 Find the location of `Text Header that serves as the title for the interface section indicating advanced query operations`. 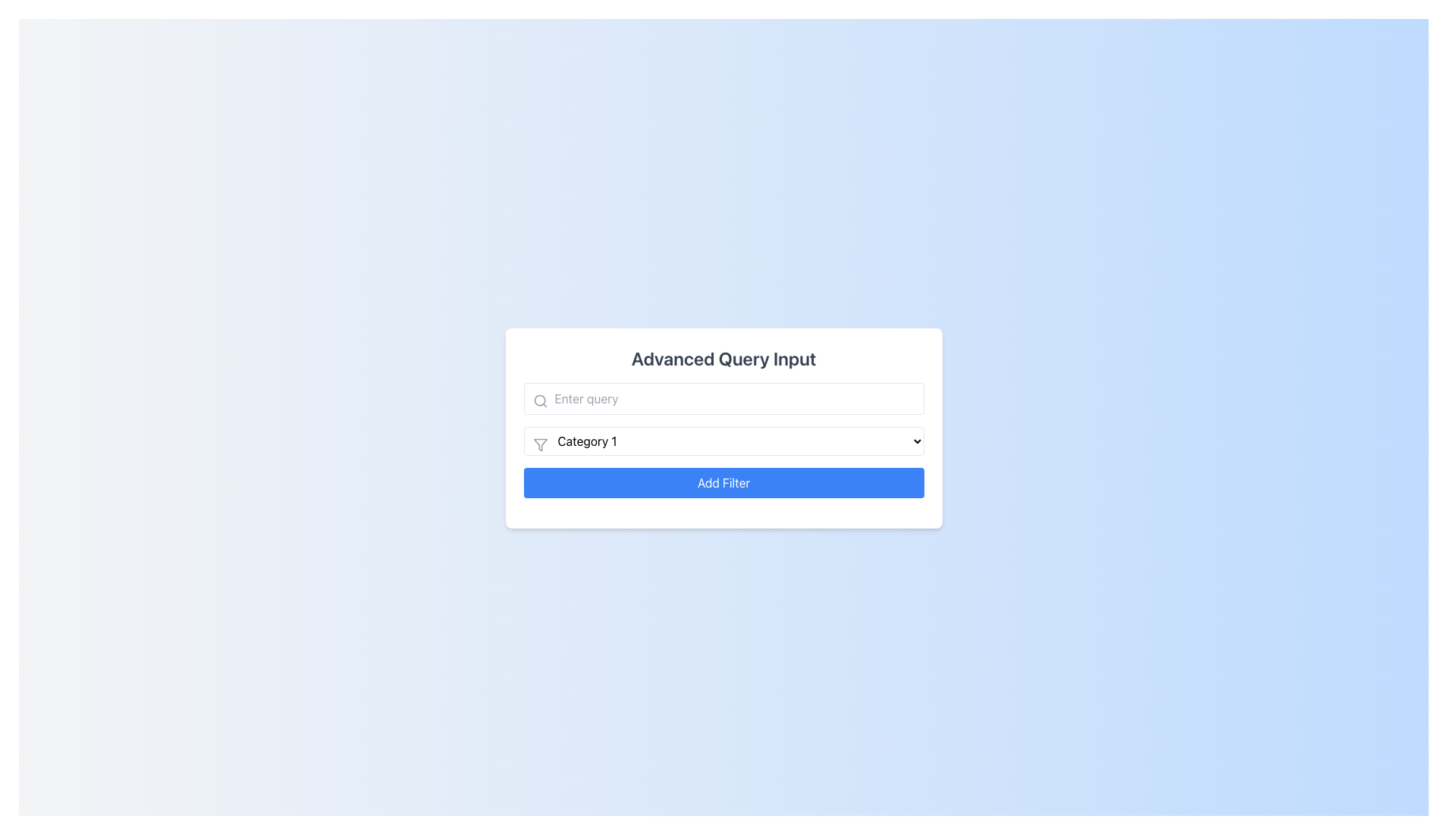

Text Header that serves as the title for the interface section indicating advanced query operations is located at coordinates (723, 359).